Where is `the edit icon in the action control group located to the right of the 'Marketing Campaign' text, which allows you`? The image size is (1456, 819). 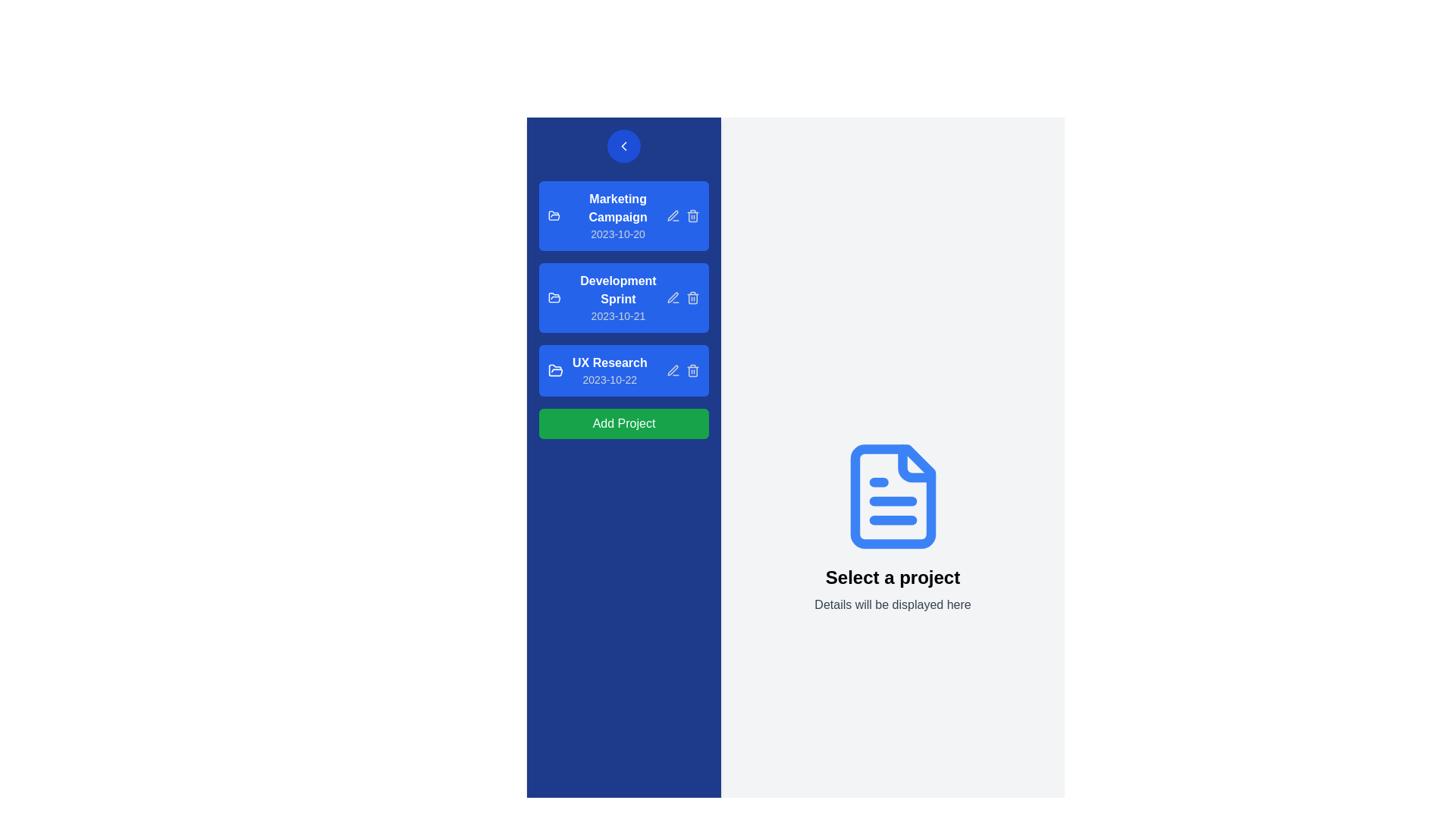
the edit icon in the action control group located to the right of the 'Marketing Campaign' text, which allows you is located at coordinates (682, 216).